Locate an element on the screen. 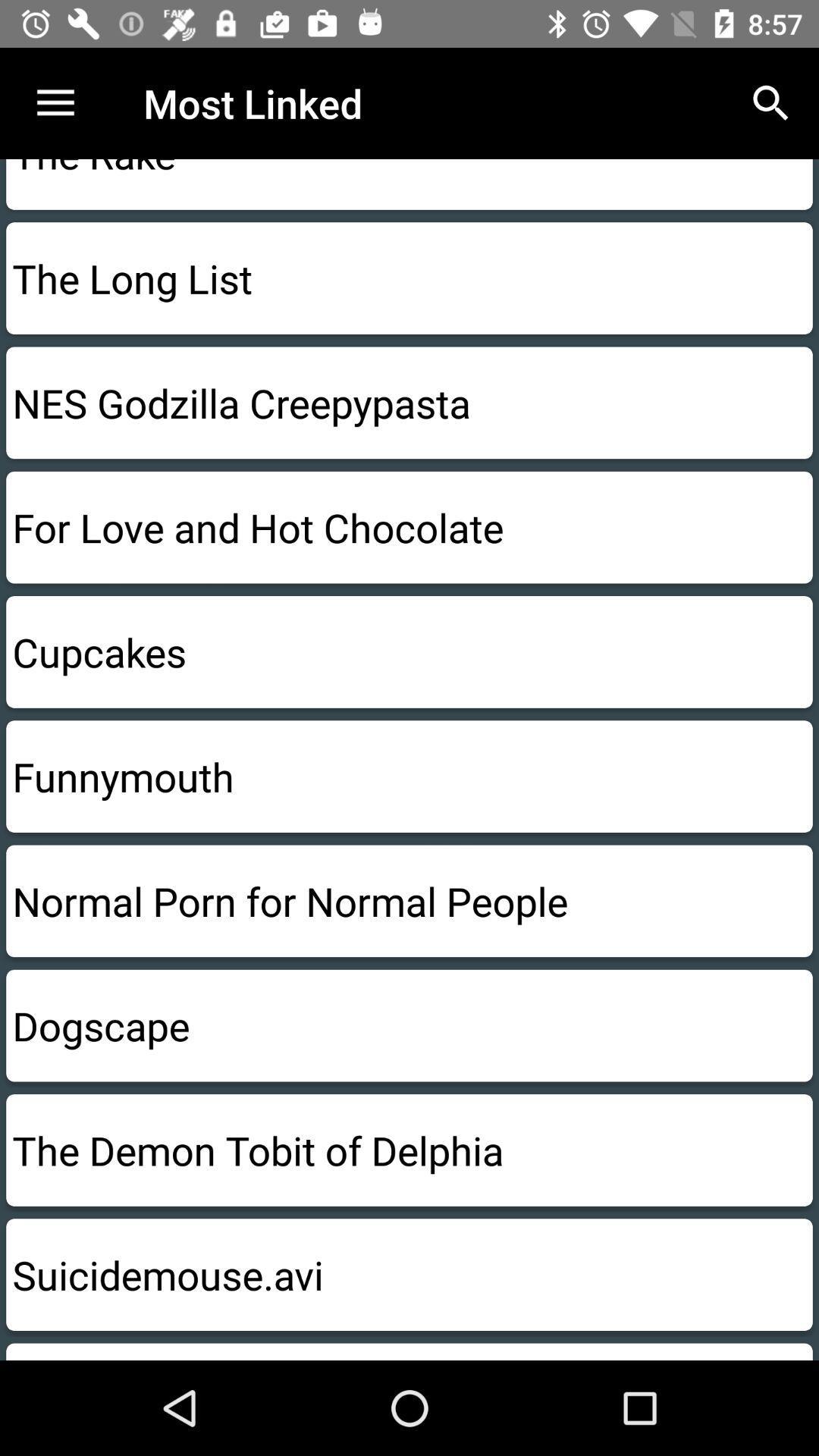 The height and width of the screenshot is (1456, 819). the item above the the rake icon is located at coordinates (55, 102).